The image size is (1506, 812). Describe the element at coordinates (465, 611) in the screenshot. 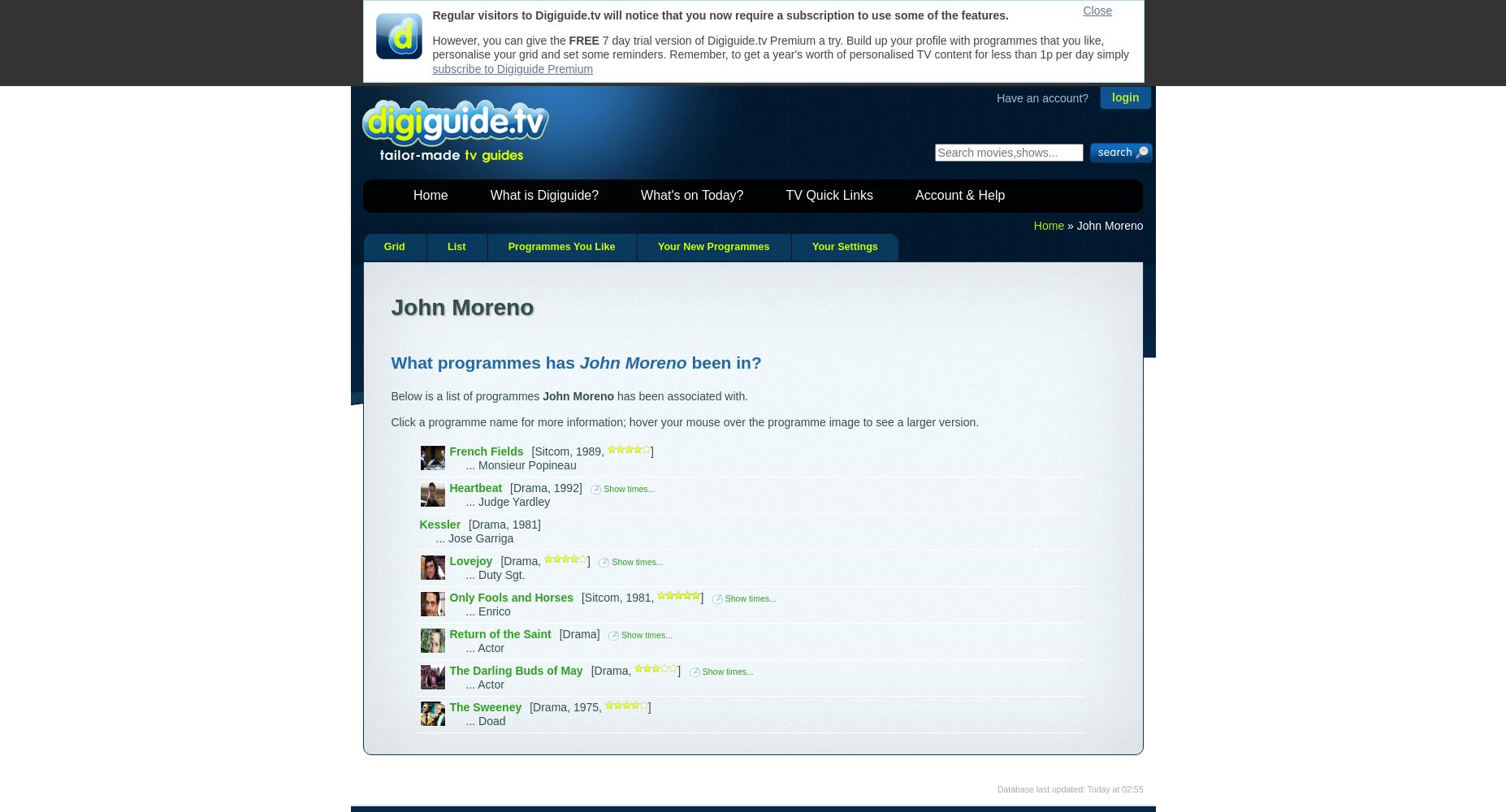

I see `'... Enrico'` at that location.